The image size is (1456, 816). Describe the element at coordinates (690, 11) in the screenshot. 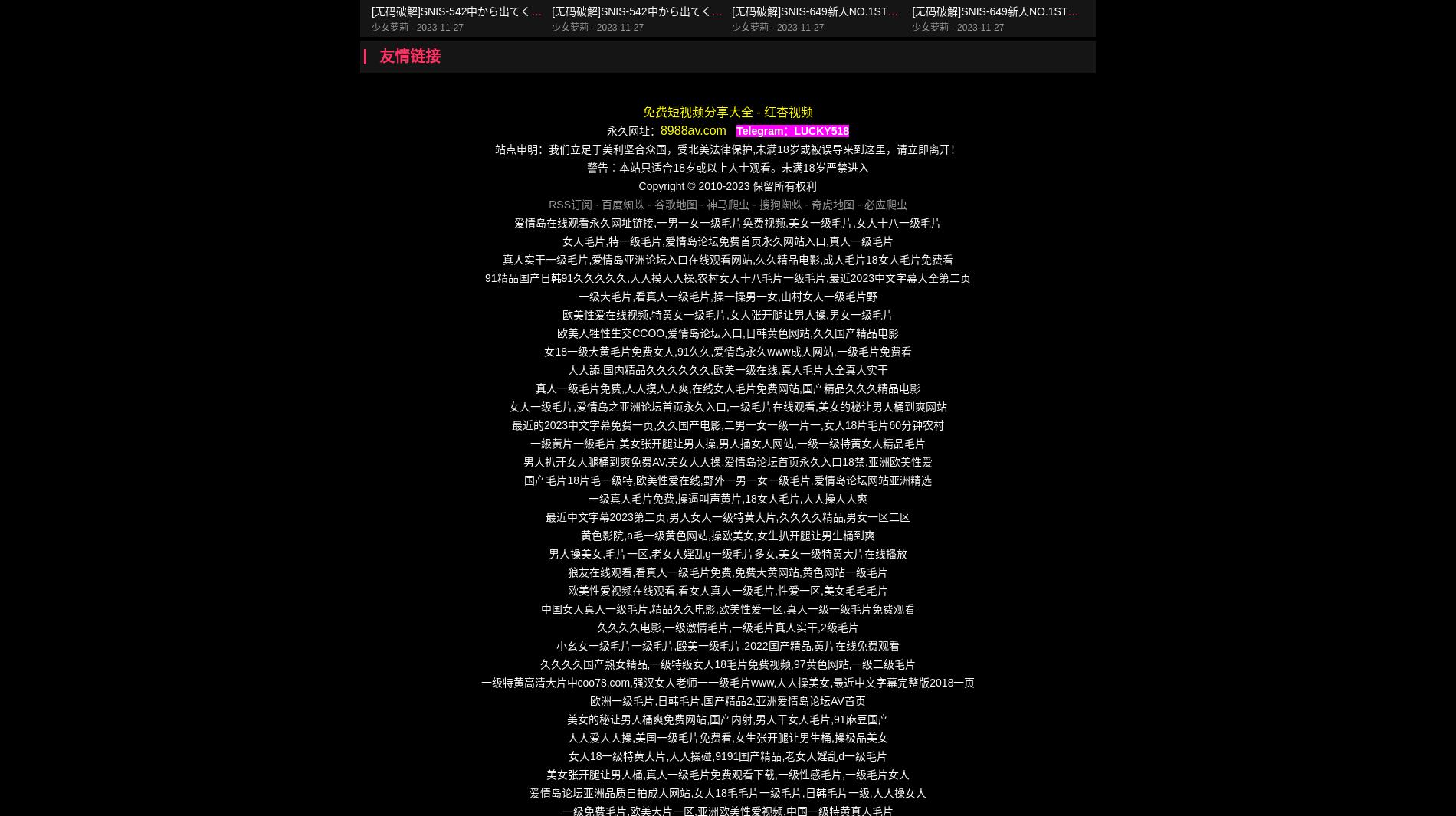

I see `'[无码破解]SNIS-542中から出てくる白濁汁葵つかさ第01集'` at that location.